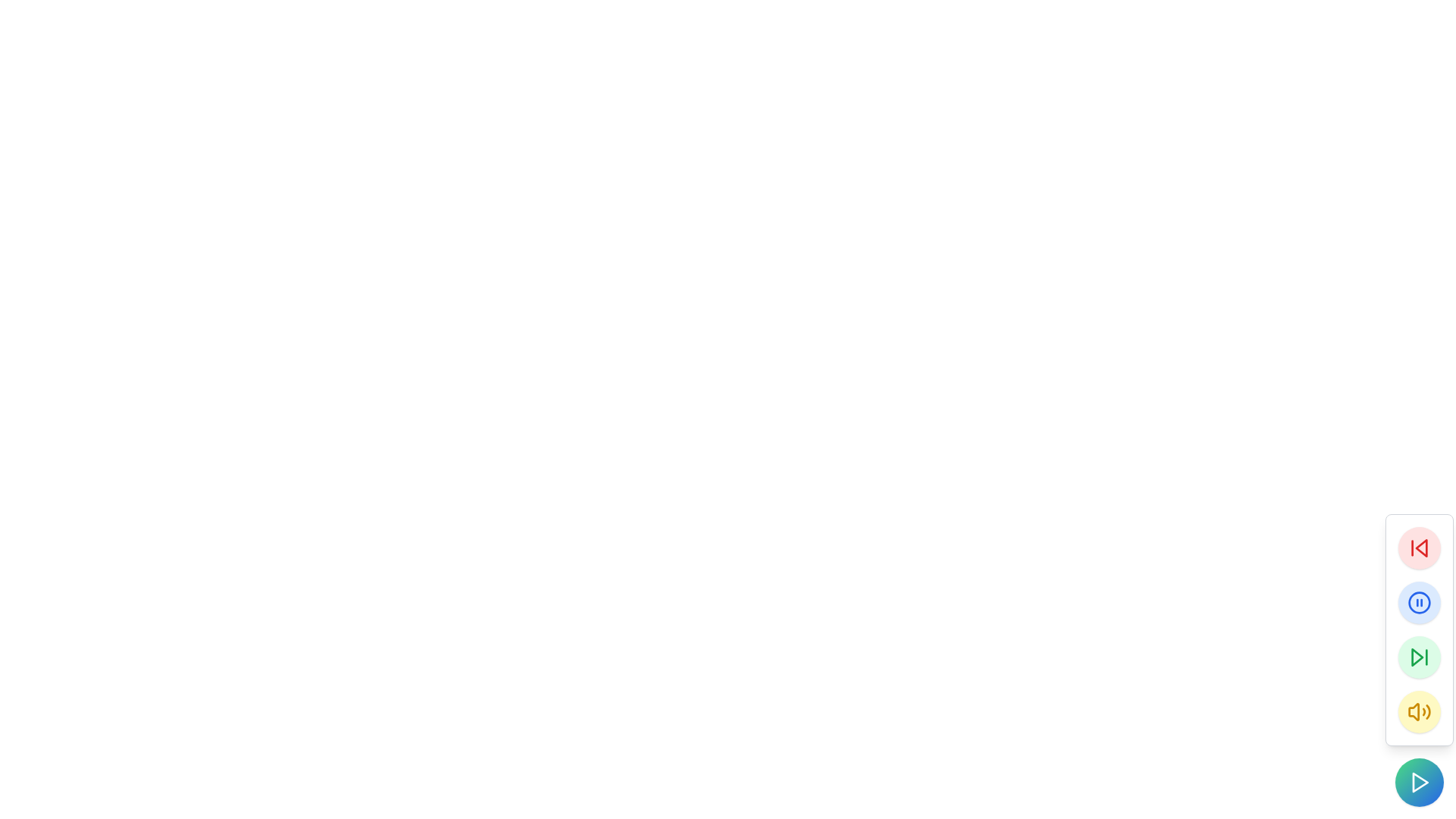 Image resolution: width=1456 pixels, height=819 pixels. Describe the element at coordinates (1413, 711) in the screenshot. I see `the volume control icon located in the bottom-right corner of the interface` at that location.